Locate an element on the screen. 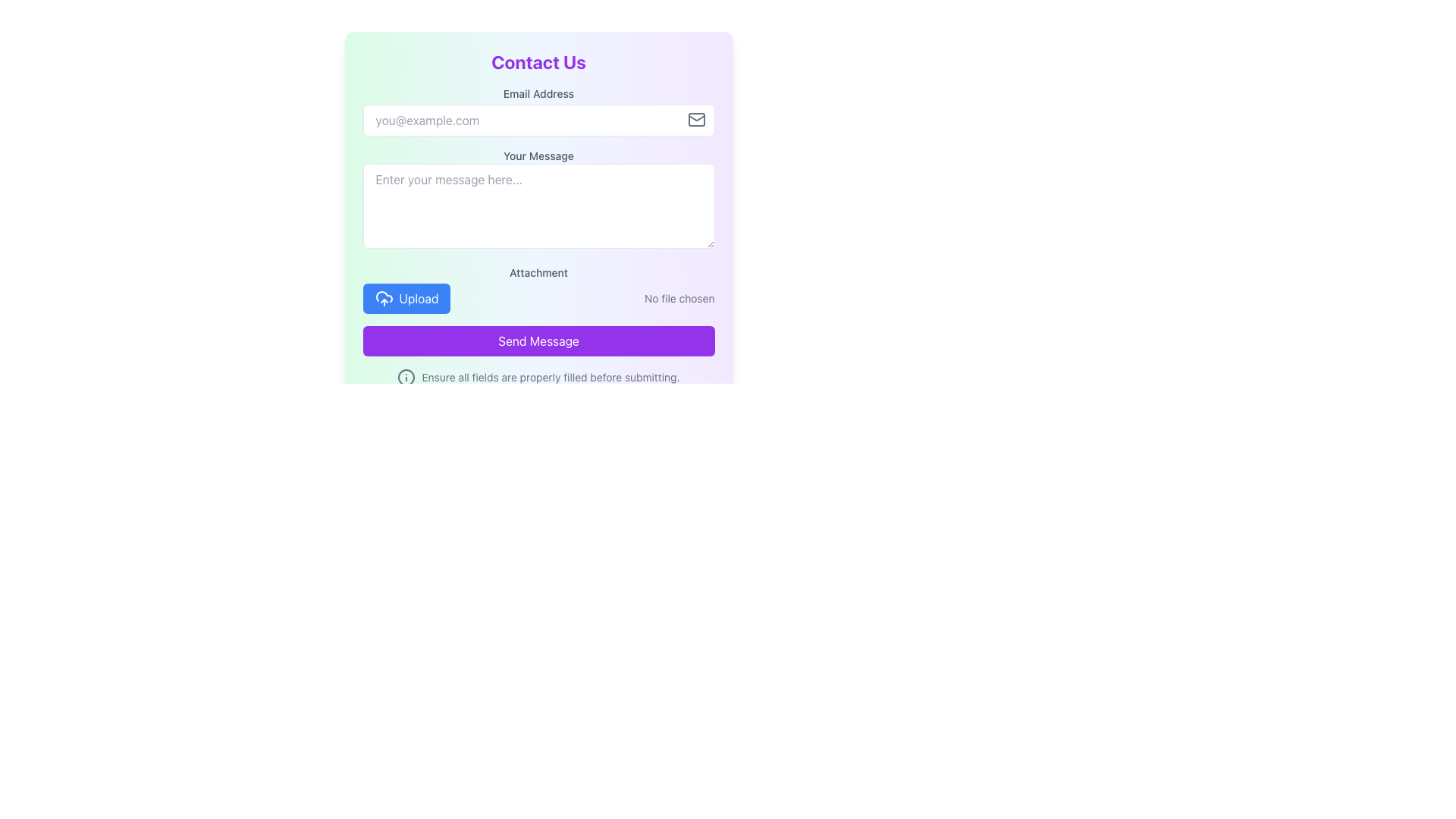 Image resolution: width=1456 pixels, height=819 pixels. the mail envelope icon located at the top-right corner of the 'Email Address' input field, which is a rectangular icon with a white body and rounded corners is located at coordinates (695, 119).